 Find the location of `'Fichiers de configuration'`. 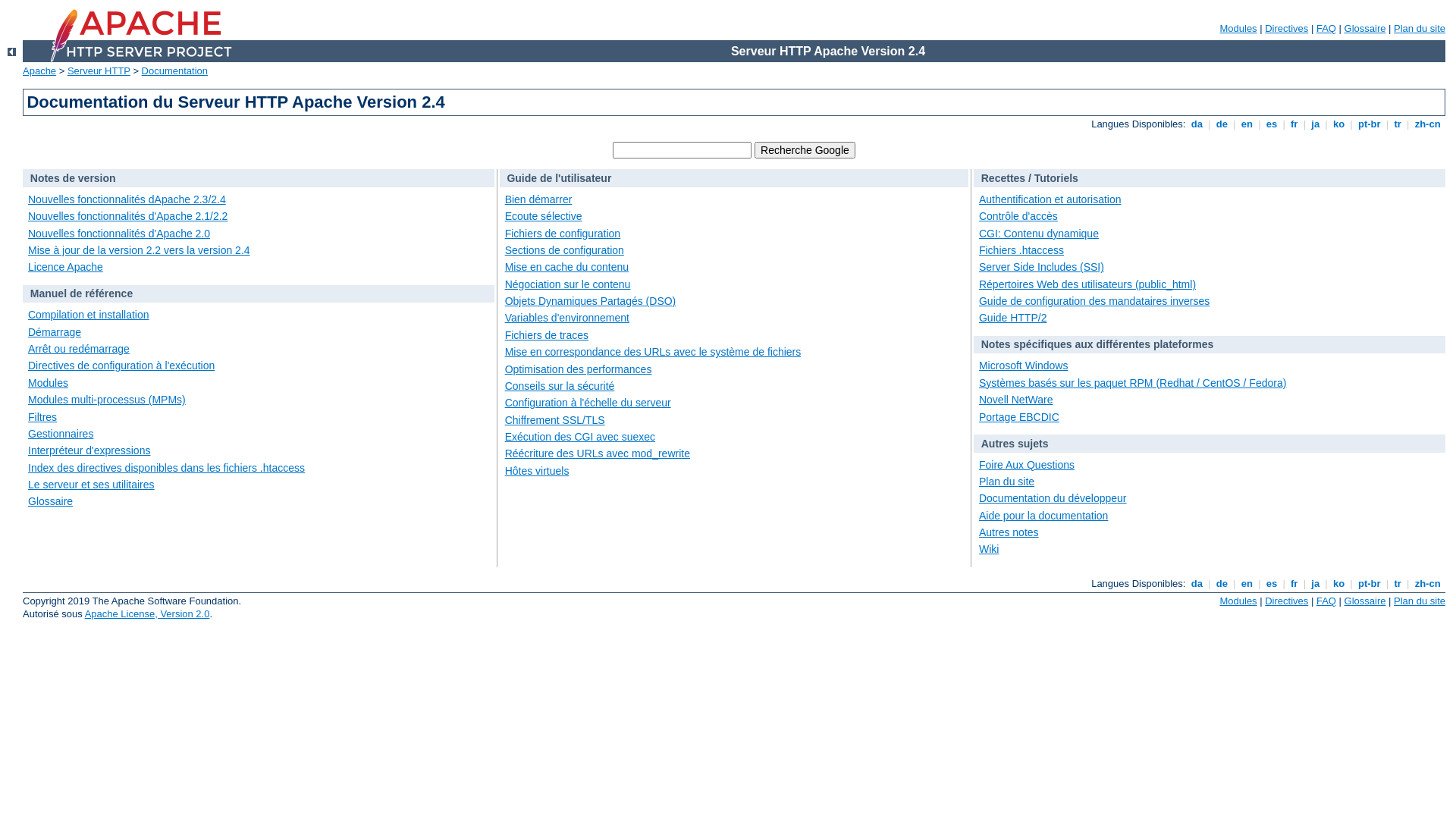

'Fichiers de configuration' is located at coordinates (562, 234).